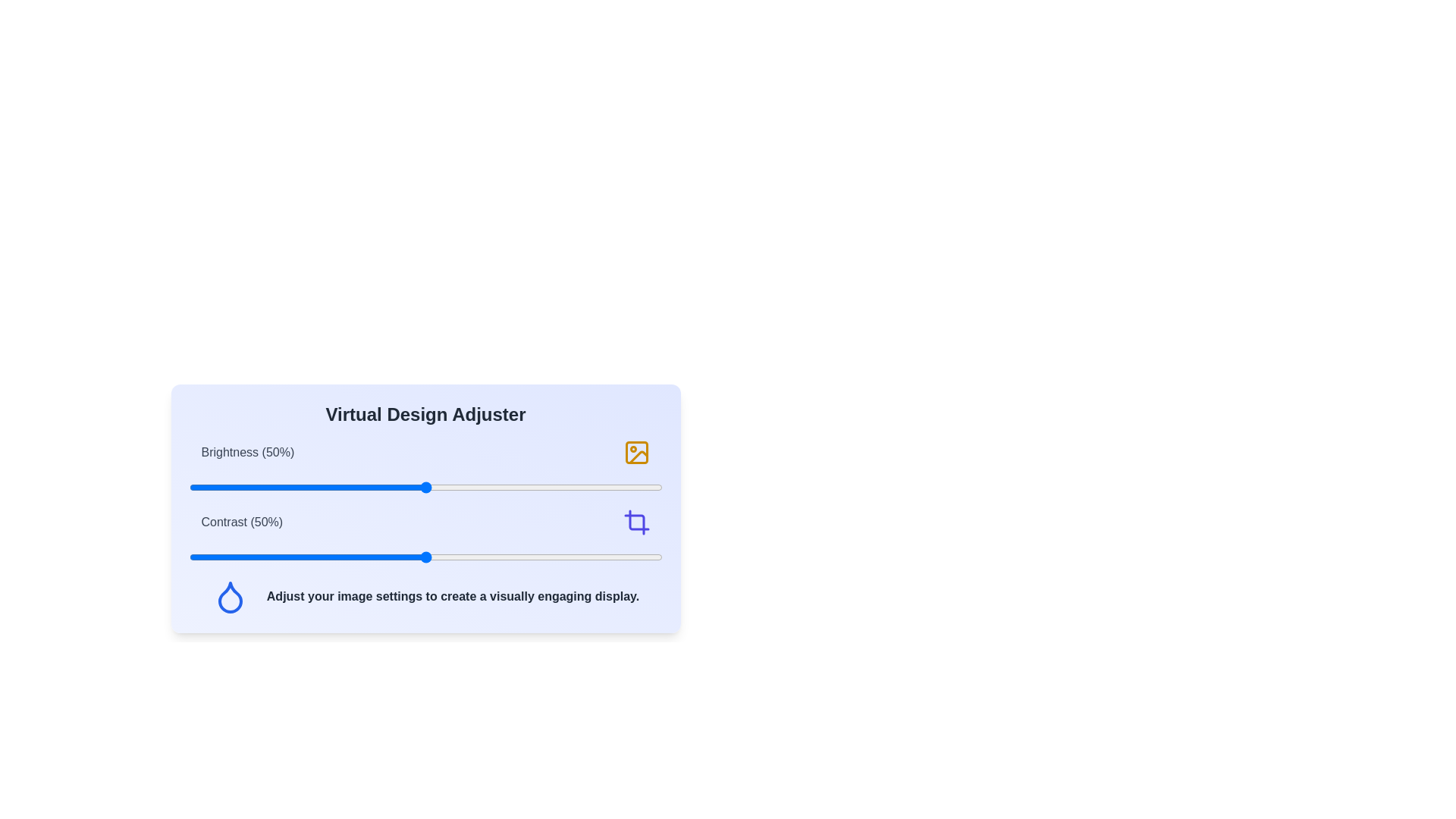 This screenshot has height=819, width=1456. I want to click on the brightness slider to 89%, so click(610, 488).